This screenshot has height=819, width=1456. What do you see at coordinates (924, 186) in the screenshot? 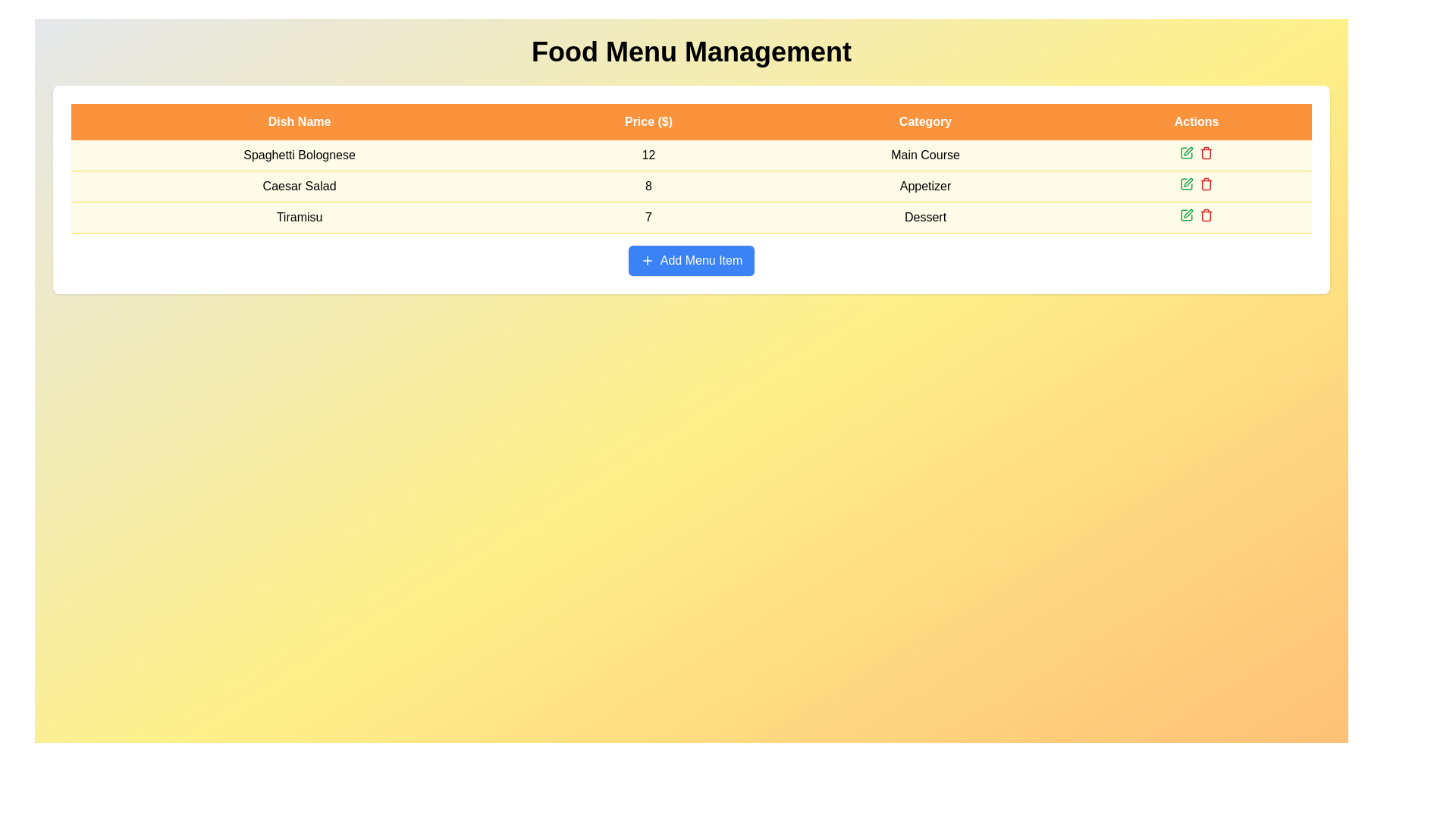
I see `the 'Appetizer' text label in the 'Category' column of the table, which is displayed in black font on a light yellow background` at bounding box center [924, 186].